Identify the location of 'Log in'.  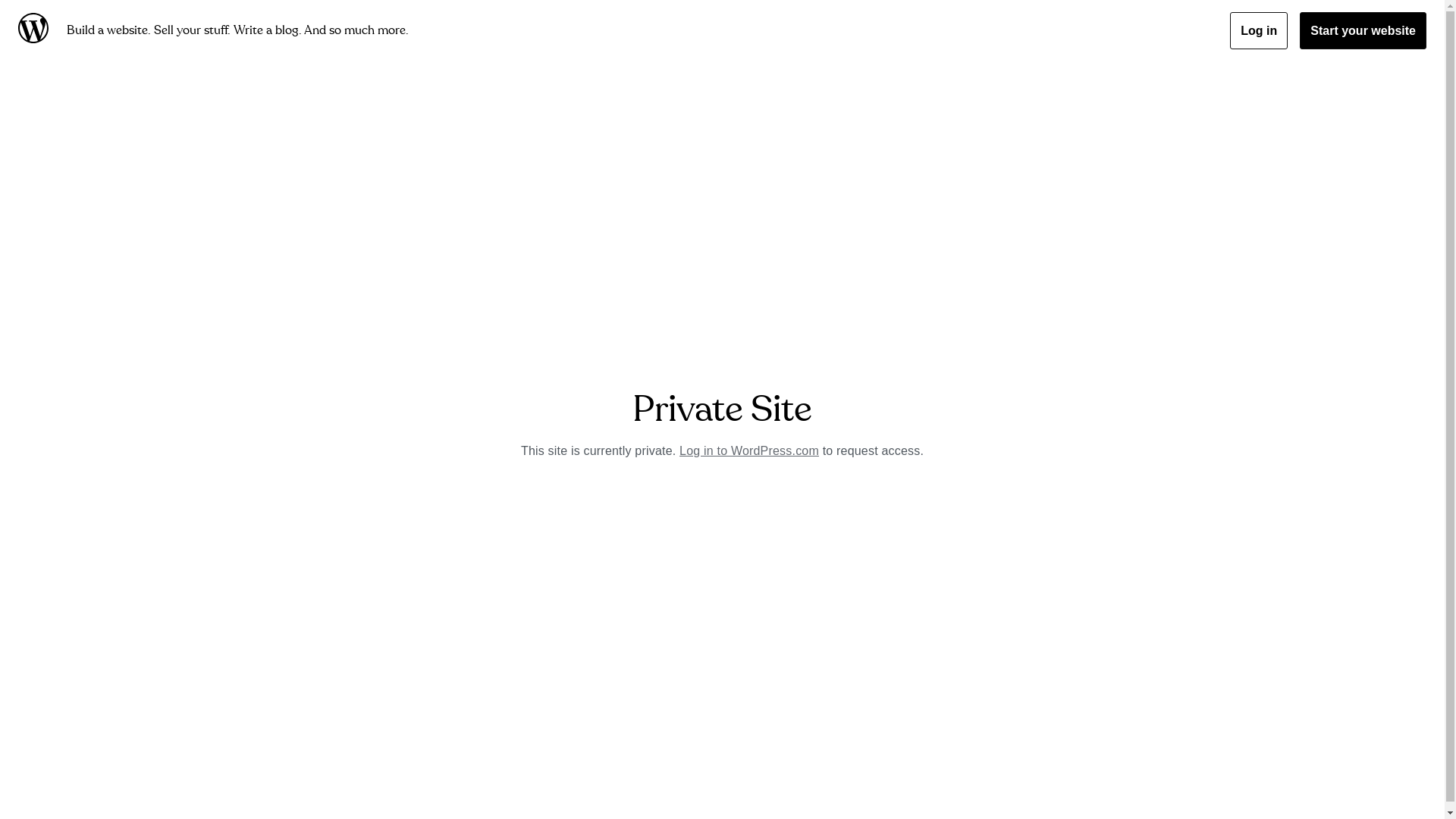
(1259, 30).